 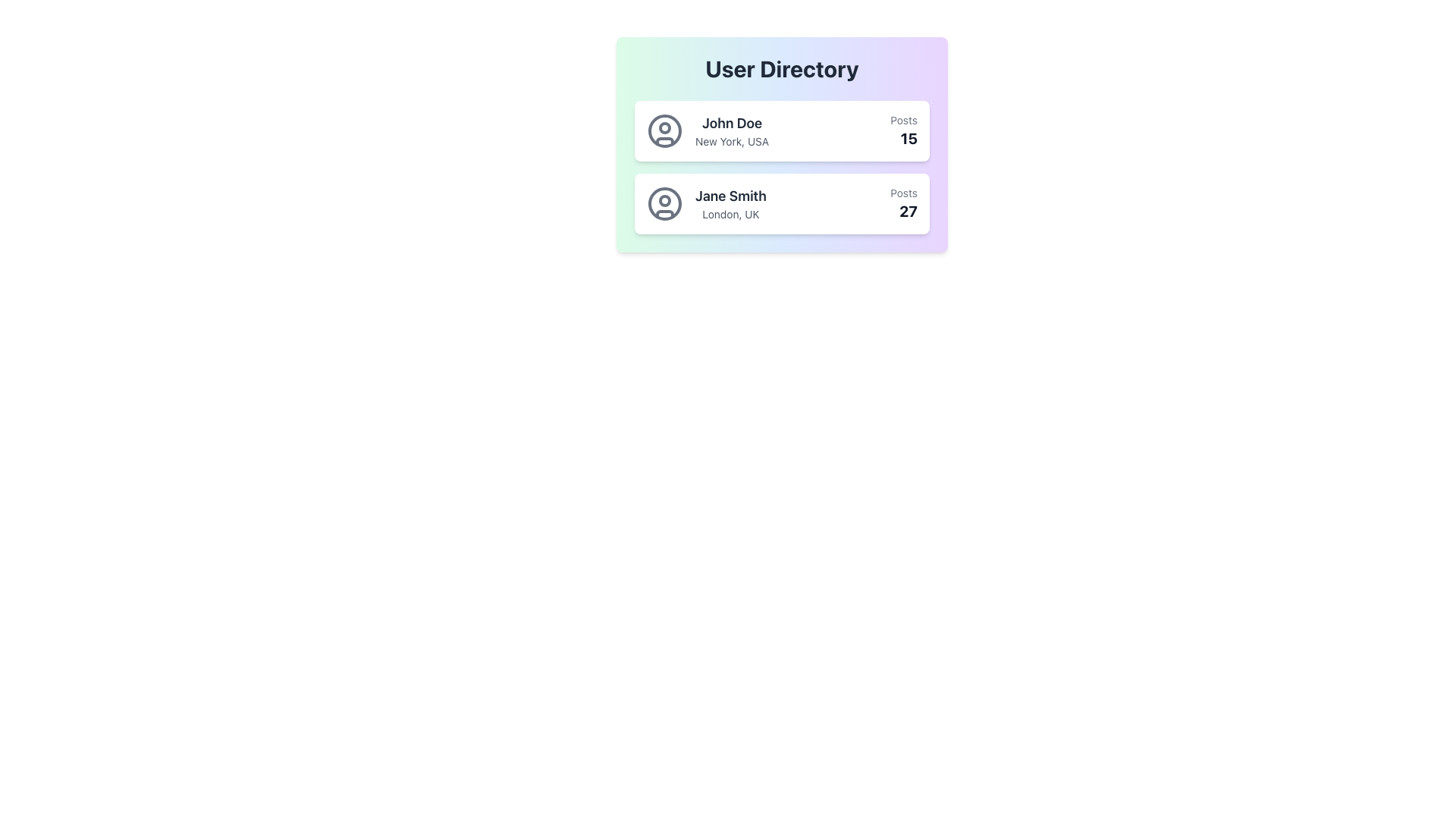 What do you see at coordinates (904, 138) in the screenshot?
I see `the text label displaying the total number of posts associated with user 'John Doe', located in the top user information section beneath the 'Posts' label` at bounding box center [904, 138].